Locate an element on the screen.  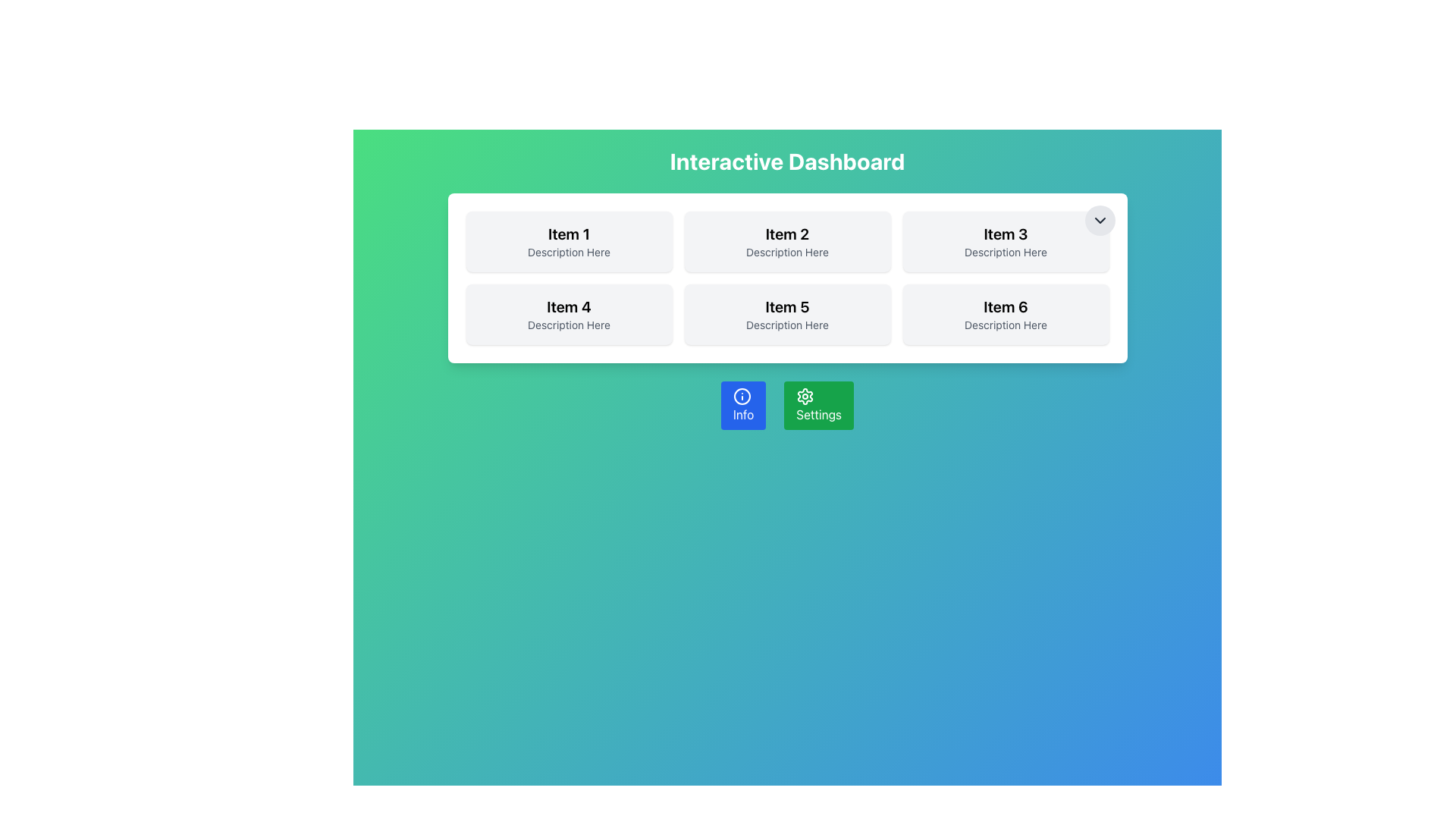
text label that serves as the title or header for the associated card located in the bottom-right corner of the grid within the dashboard, positioned directly above the description text 'Description Here' is located at coordinates (1006, 307).